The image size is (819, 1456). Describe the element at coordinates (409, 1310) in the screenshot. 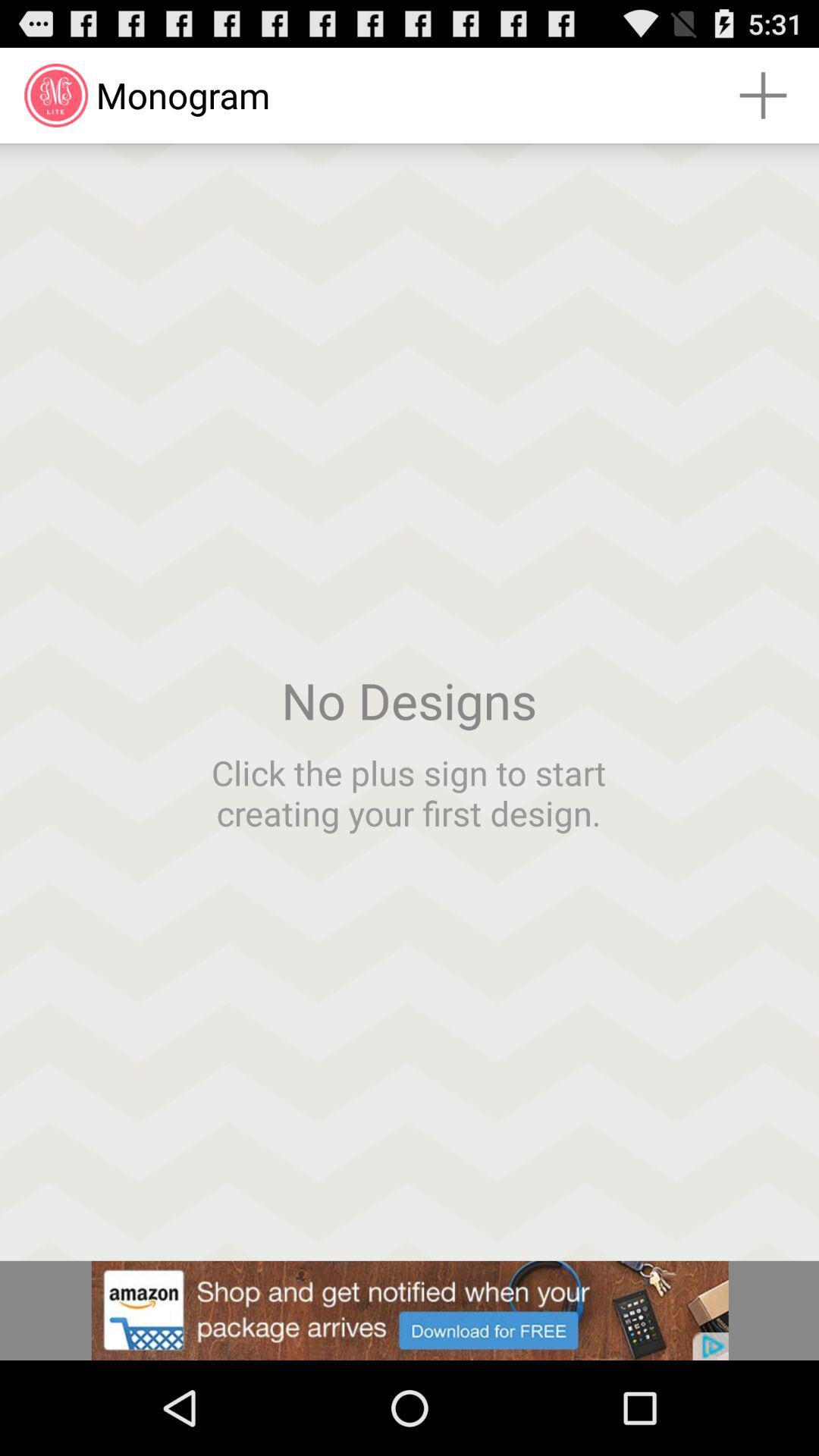

I see `open advertisement` at that location.